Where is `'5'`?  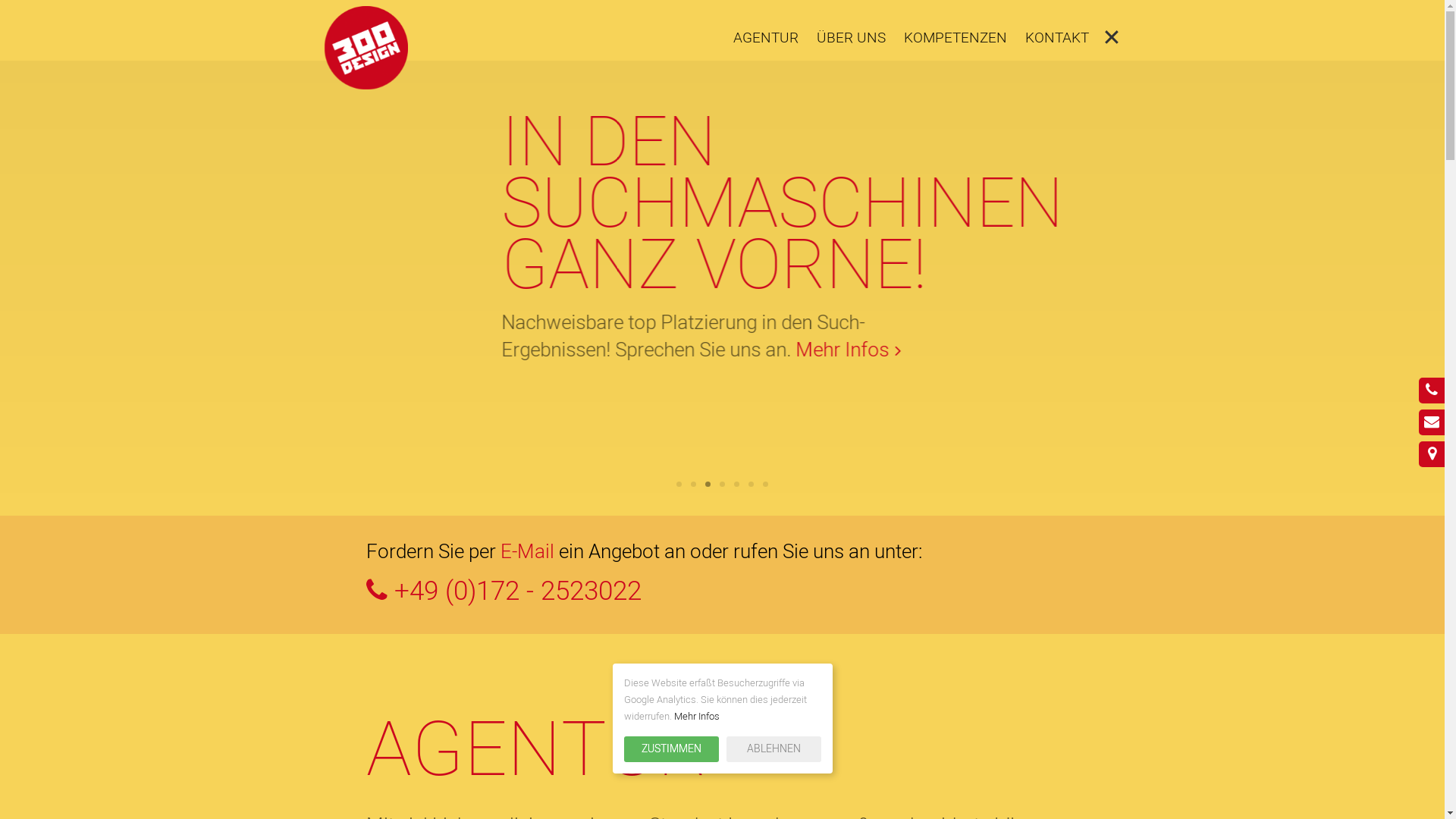
'5' is located at coordinates (736, 484).